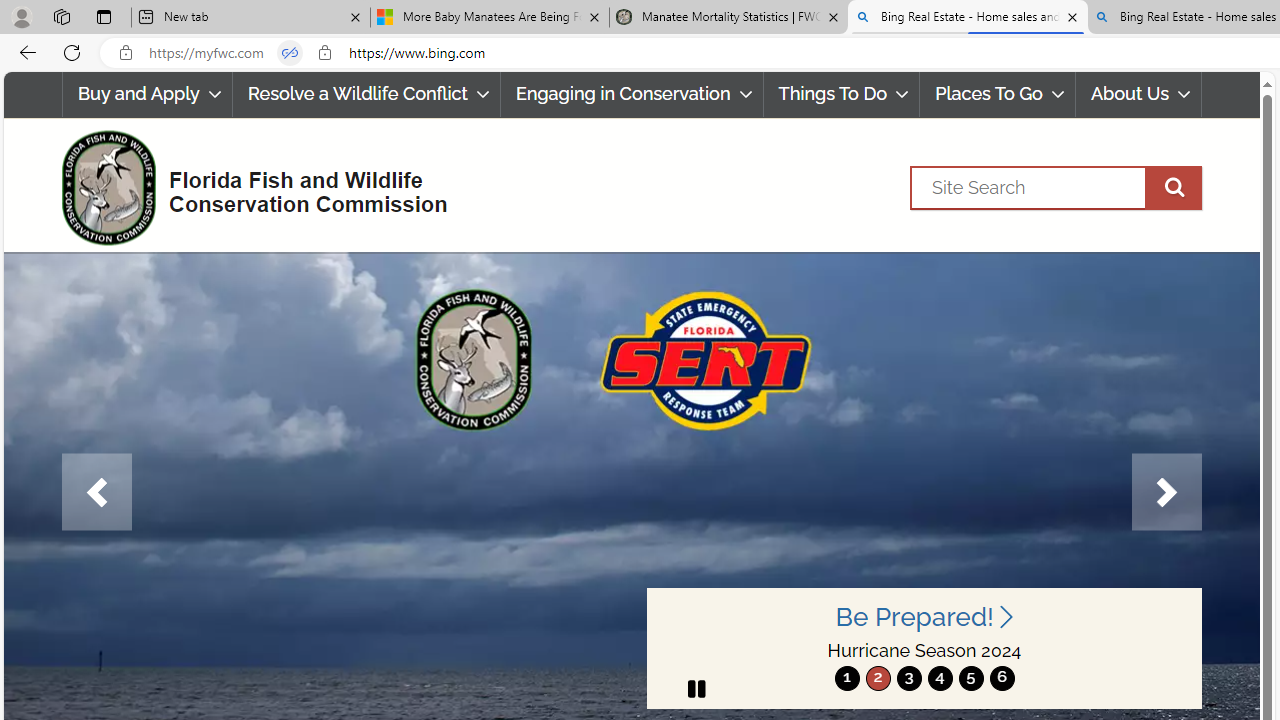 This screenshot has width=1280, height=720. What do you see at coordinates (288, 52) in the screenshot?
I see `'Tabs in split screen'` at bounding box center [288, 52].